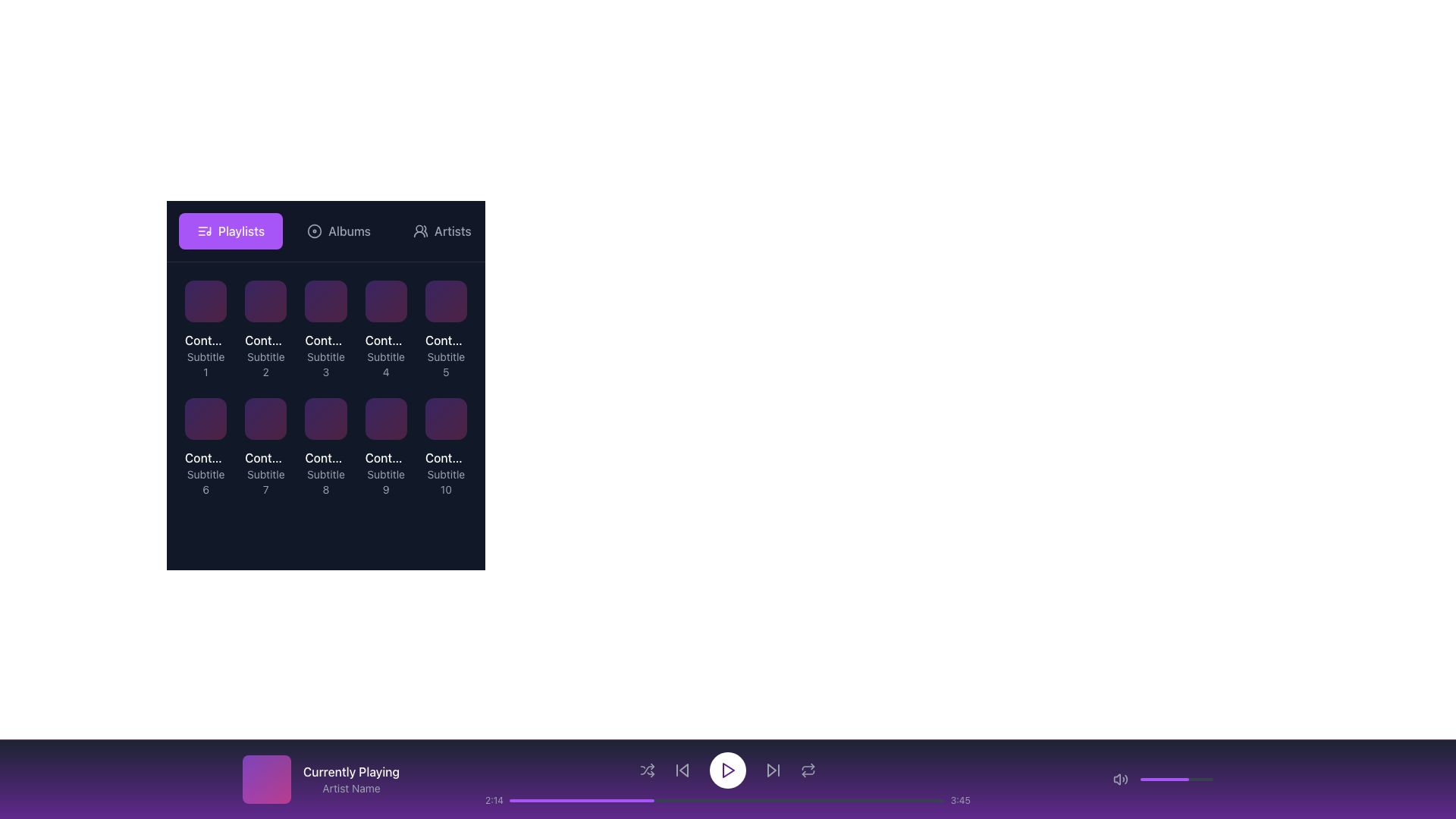 Image resolution: width=1456 pixels, height=819 pixels. I want to click on the icon button resembling a group of people in the navigation bar, so click(421, 231).